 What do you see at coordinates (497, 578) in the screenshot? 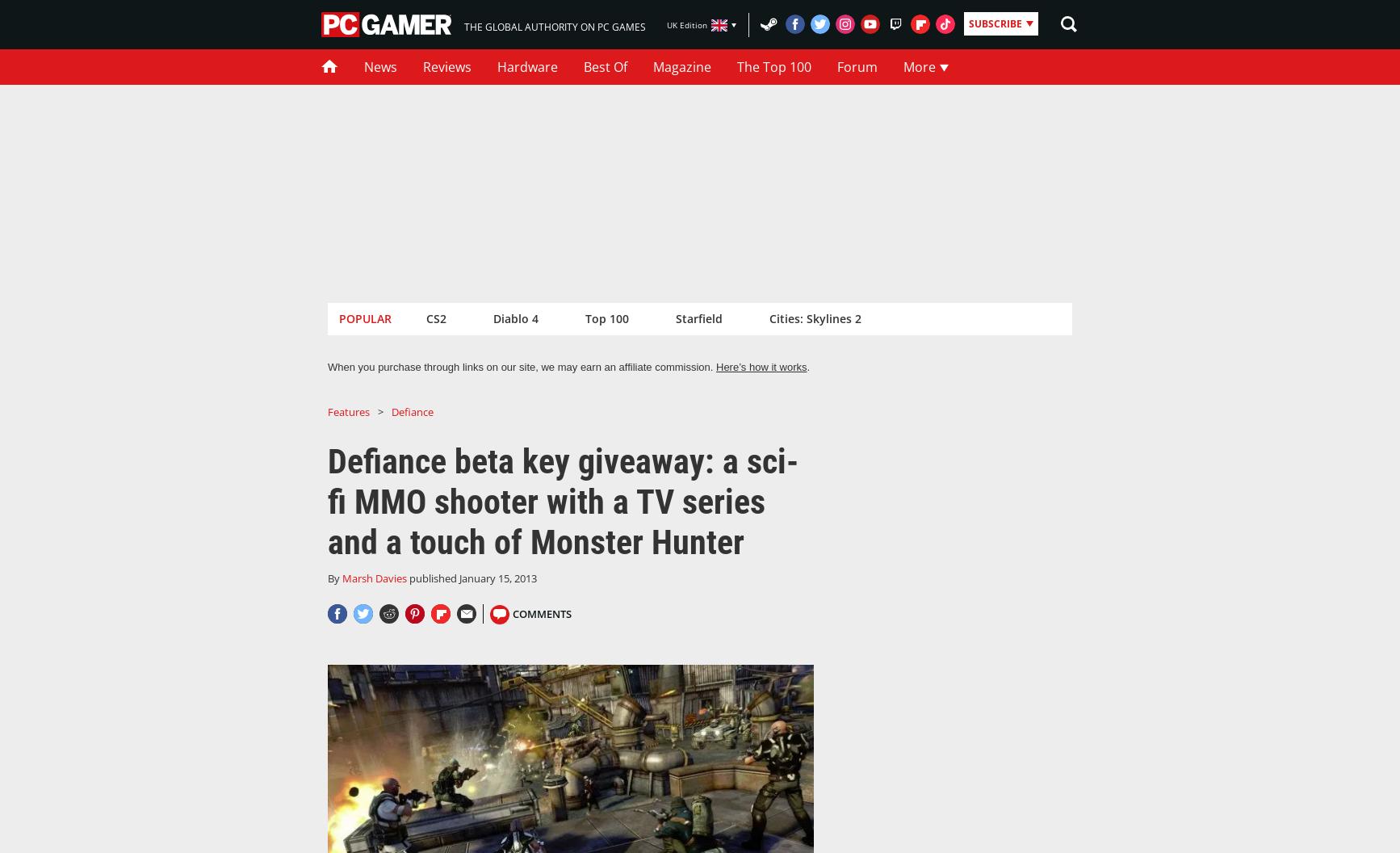
I see `'January 15, 2013'` at bounding box center [497, 578].